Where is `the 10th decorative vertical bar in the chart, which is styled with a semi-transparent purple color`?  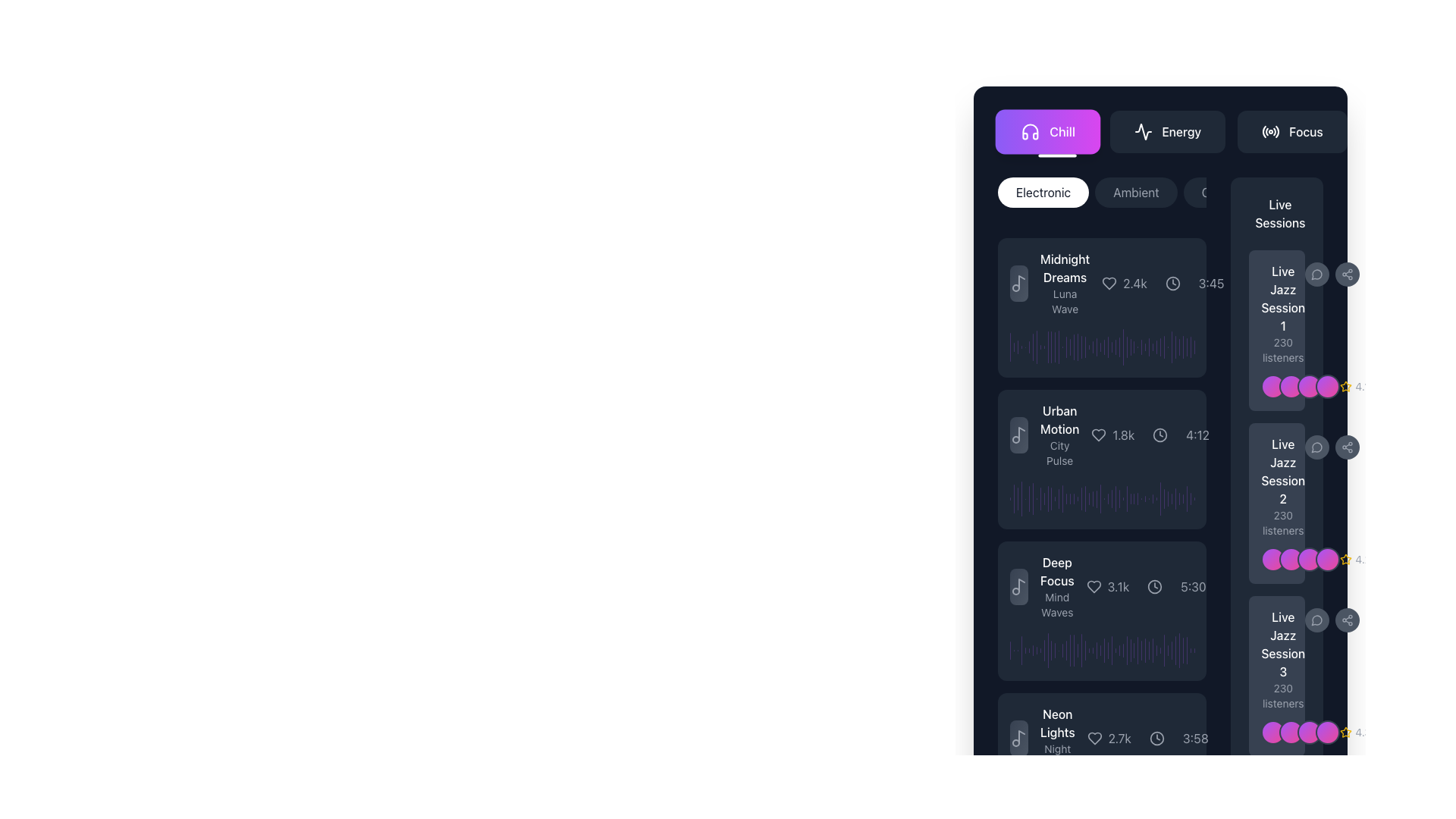 the 10th decorative vertical bar in the chart, which is styled with a semi-transparent purple color is located at coordinates (1043, 498).